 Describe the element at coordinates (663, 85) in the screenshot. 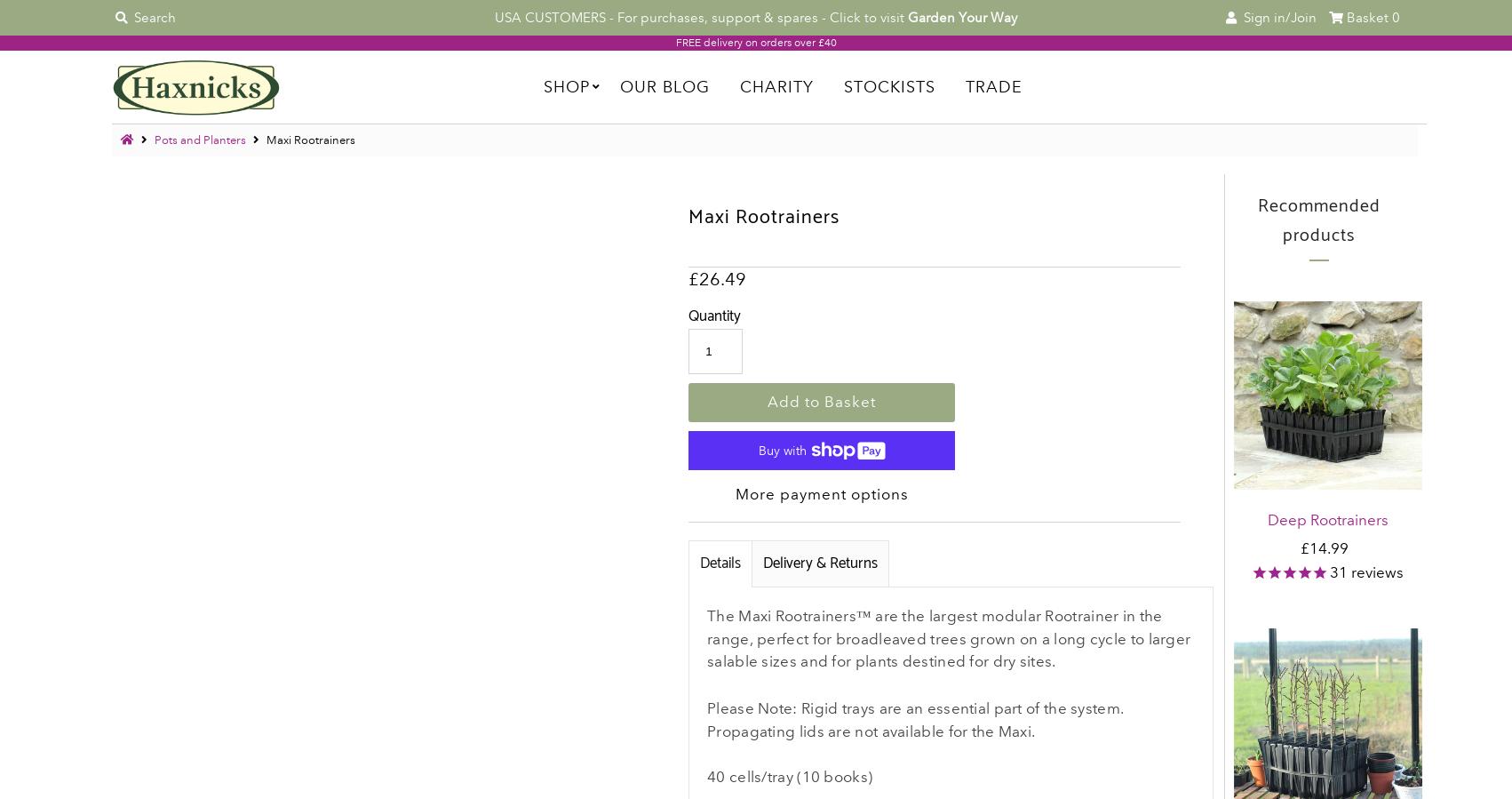

I see `'OUR BLOG'` at that location.